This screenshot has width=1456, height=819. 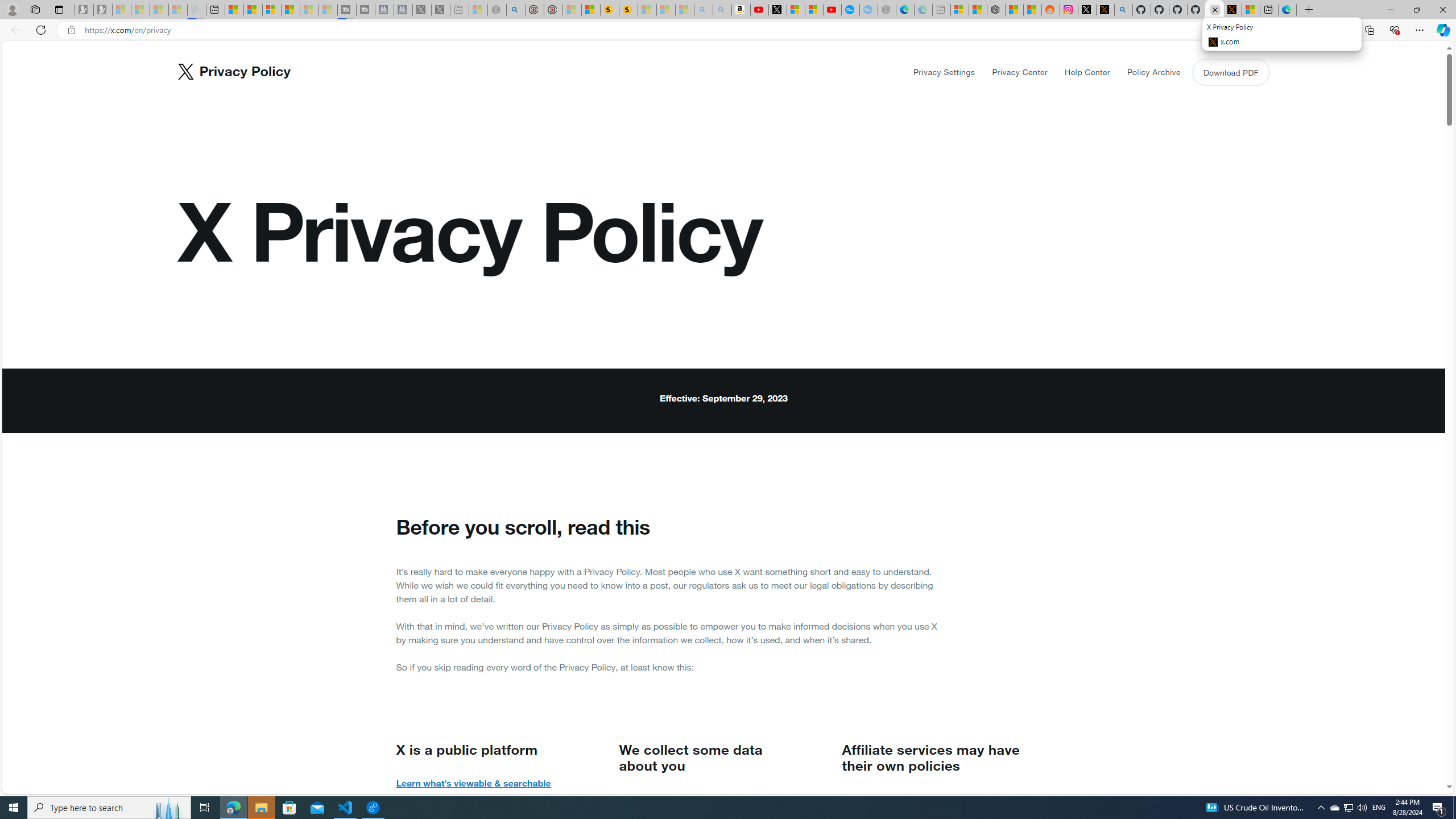 What do you see at coordinates (477, 9) in the screenshot?
I see `'Wildlife - MSN - Sleeping'` at bounding box center [477, 9].